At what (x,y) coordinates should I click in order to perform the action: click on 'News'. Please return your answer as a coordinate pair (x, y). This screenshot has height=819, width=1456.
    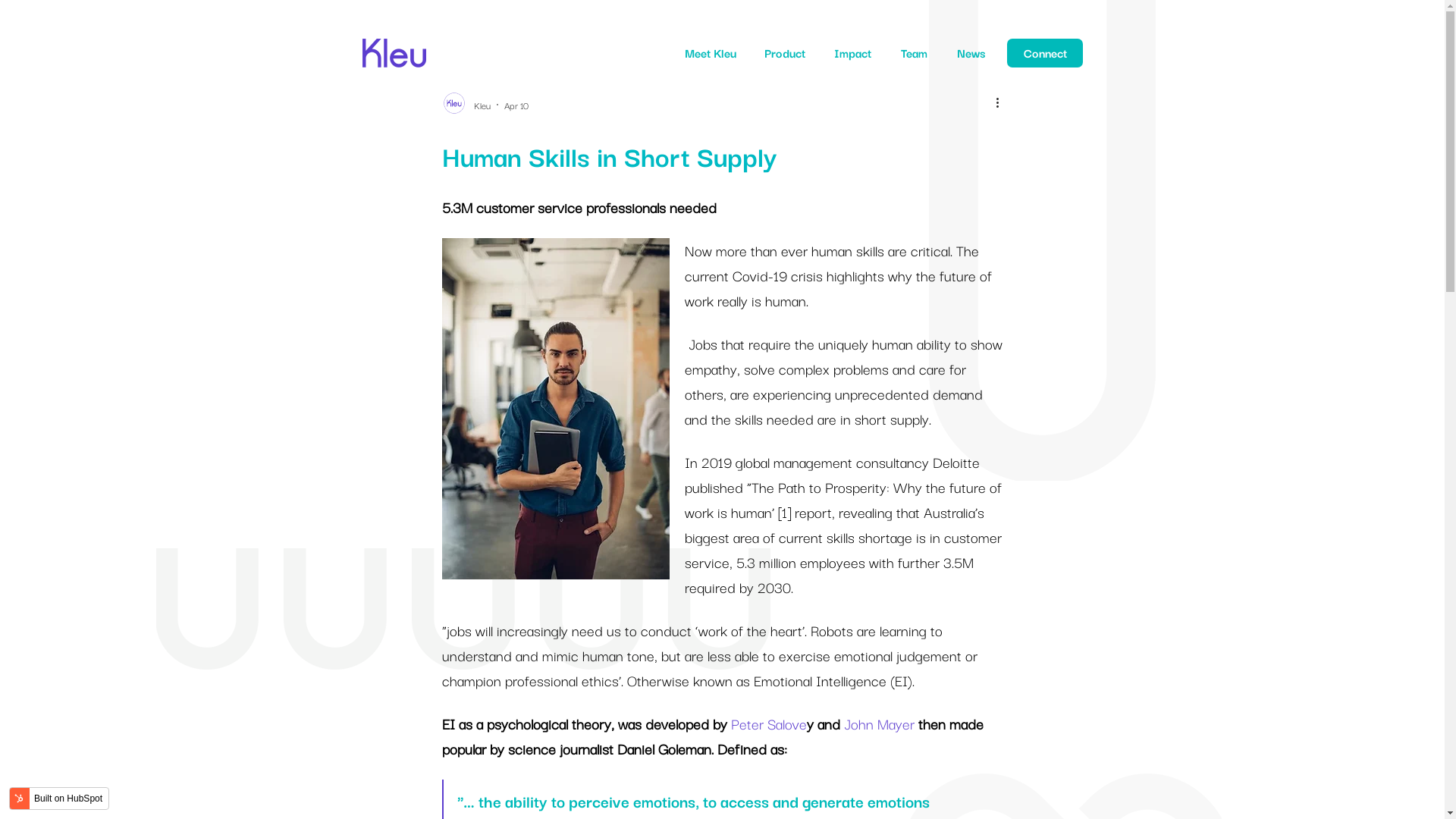
    Looking at the image, I should click on (971, 52).